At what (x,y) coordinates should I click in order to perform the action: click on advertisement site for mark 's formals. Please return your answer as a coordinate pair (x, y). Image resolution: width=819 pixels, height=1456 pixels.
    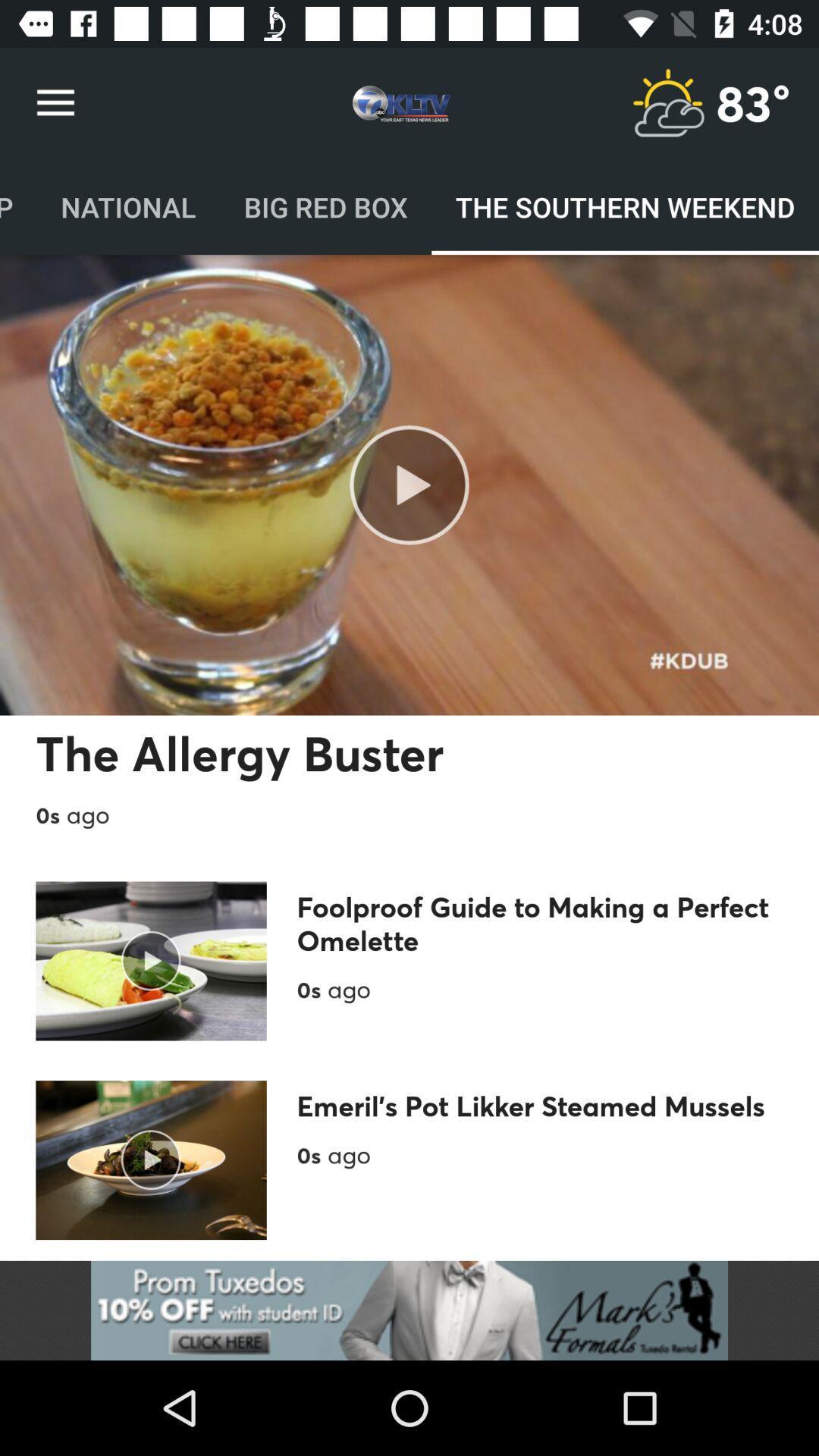
    Looking at the image, I should click on (409, 1310).